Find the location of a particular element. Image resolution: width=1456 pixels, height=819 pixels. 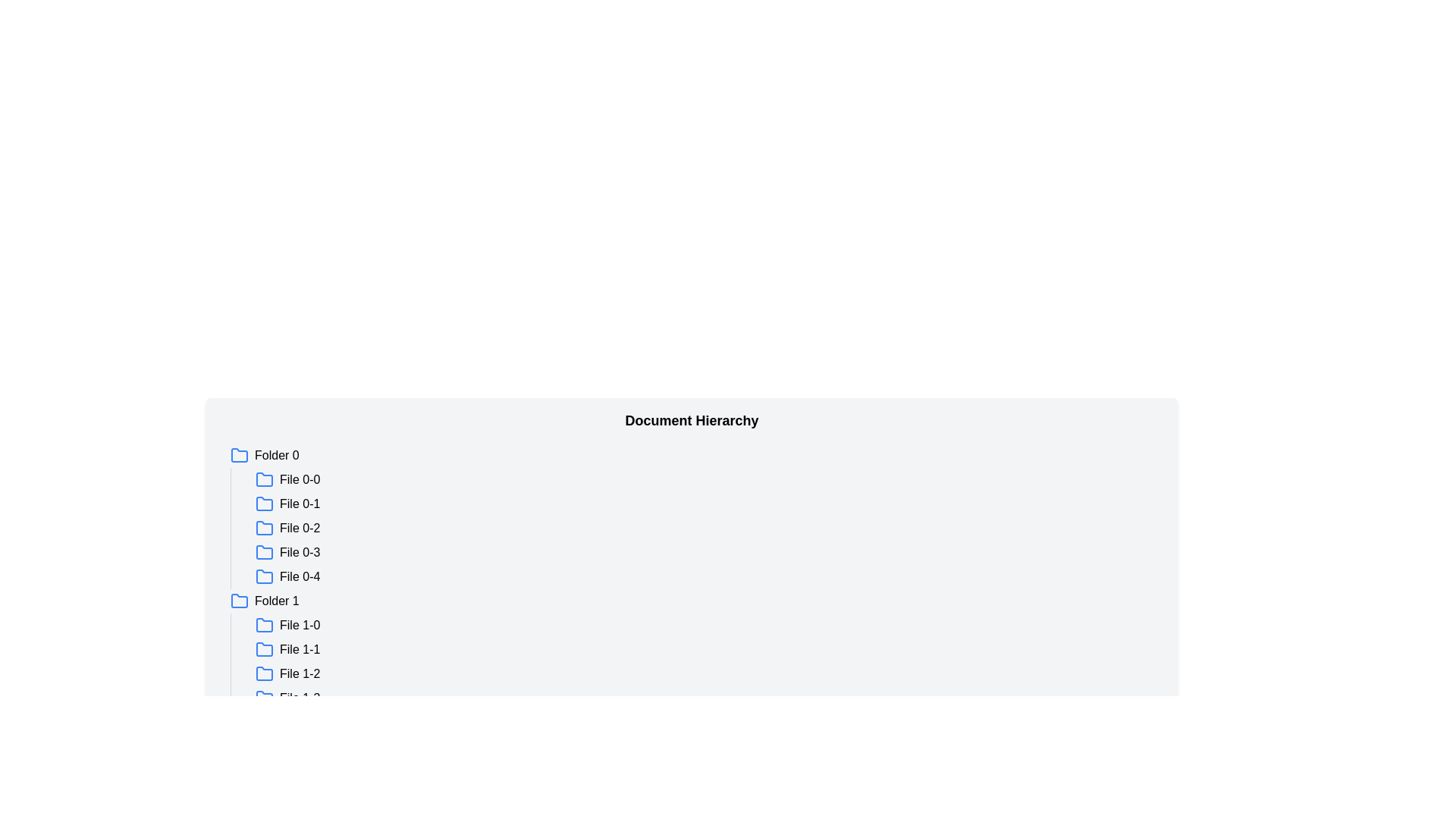

the text label 'File 1-0' which is the first file entry under 'Folder 1' is located at coordinates (300, 626).